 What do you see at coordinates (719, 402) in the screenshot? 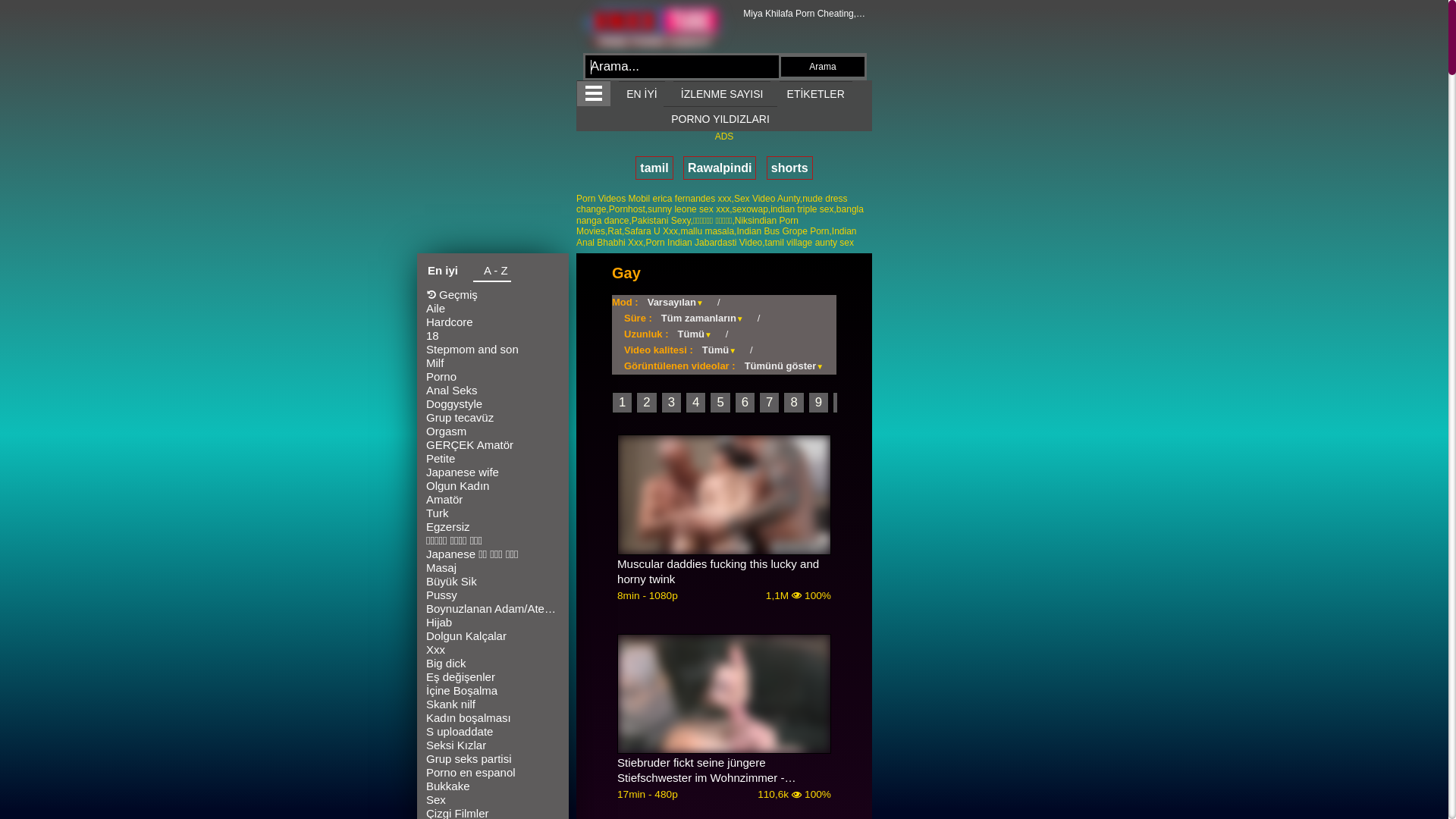
I see `'5'` at bounding box center [719, 402].